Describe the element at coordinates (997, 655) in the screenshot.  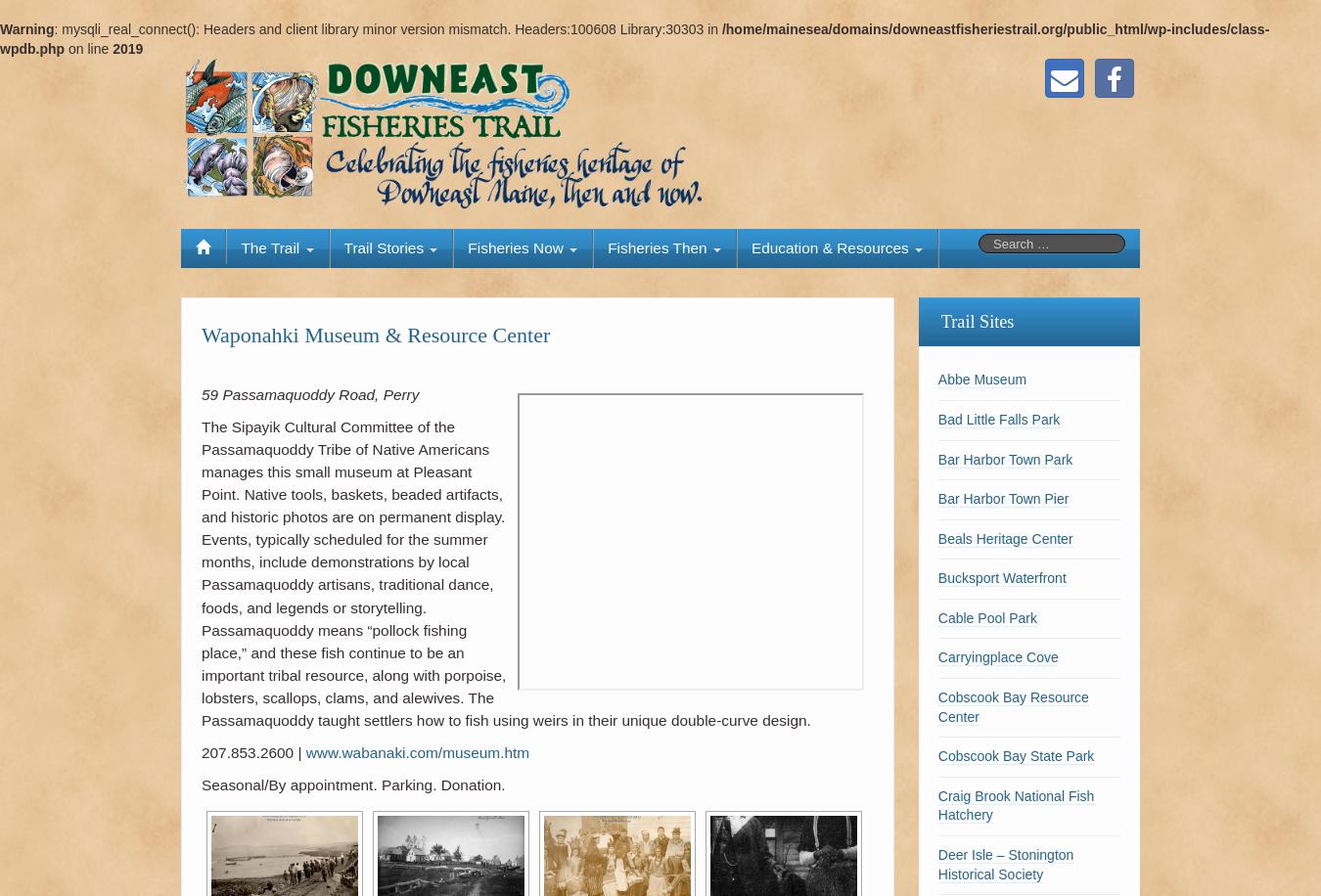
I see `'Carryingplace Cove'` at that location.